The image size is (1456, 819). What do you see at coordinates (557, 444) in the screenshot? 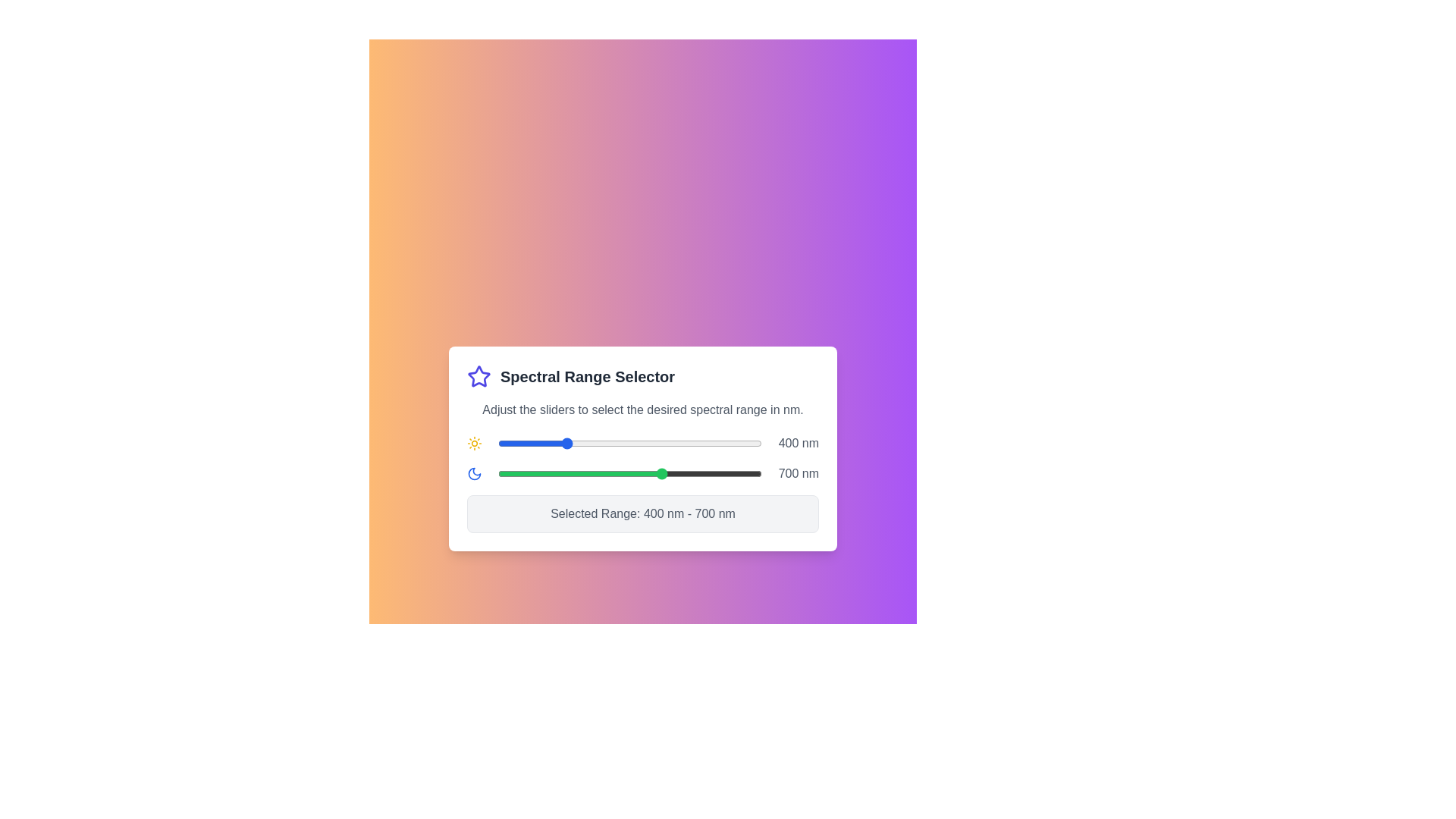
I see `the start slider to set the lower limit of the spectral range to 381 nm` at bounding box center [557, 444].